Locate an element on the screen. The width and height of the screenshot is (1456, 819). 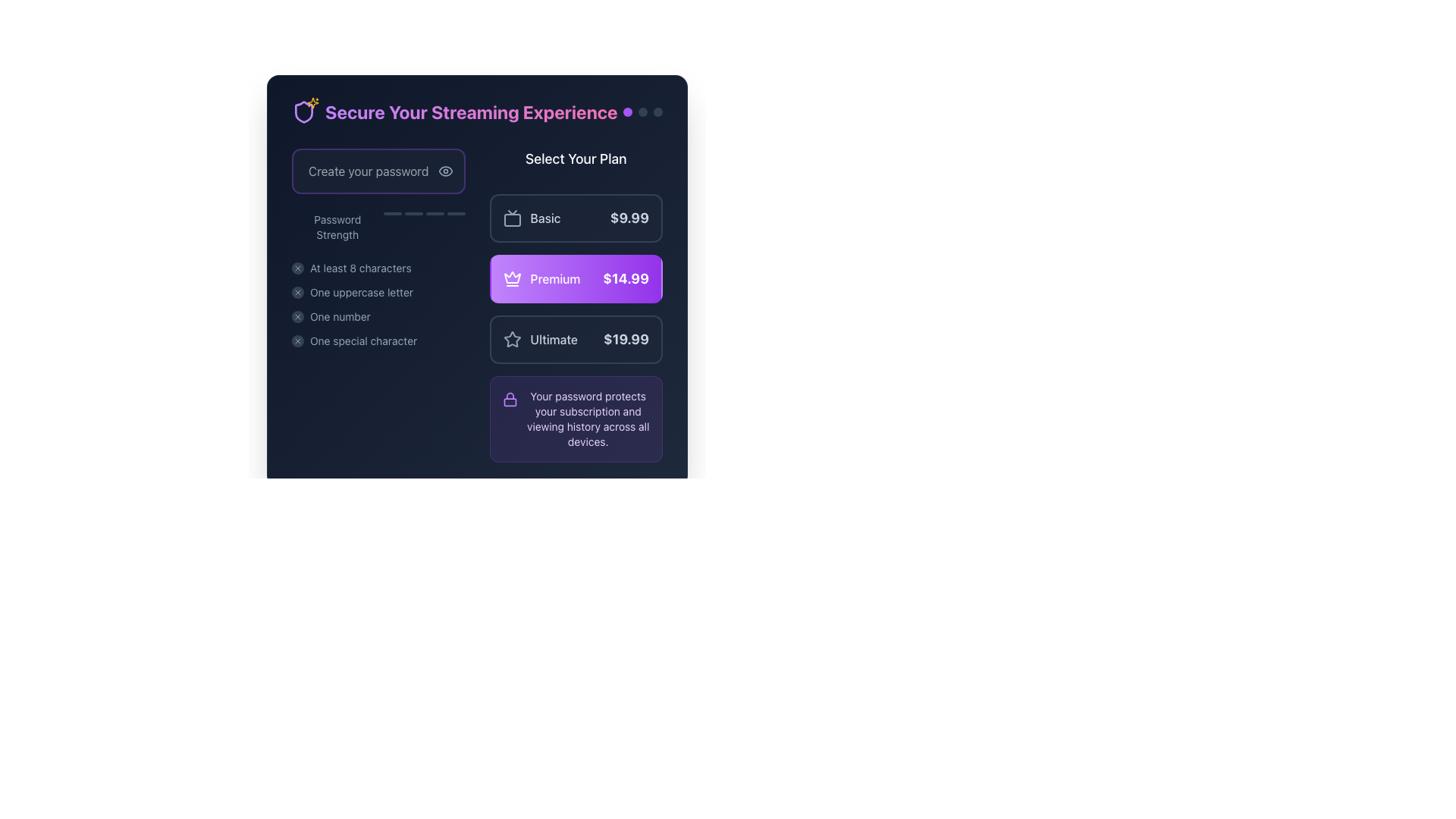
the crown icon located to the left of the 'Premium' text label is located at coordinates (512, 278).